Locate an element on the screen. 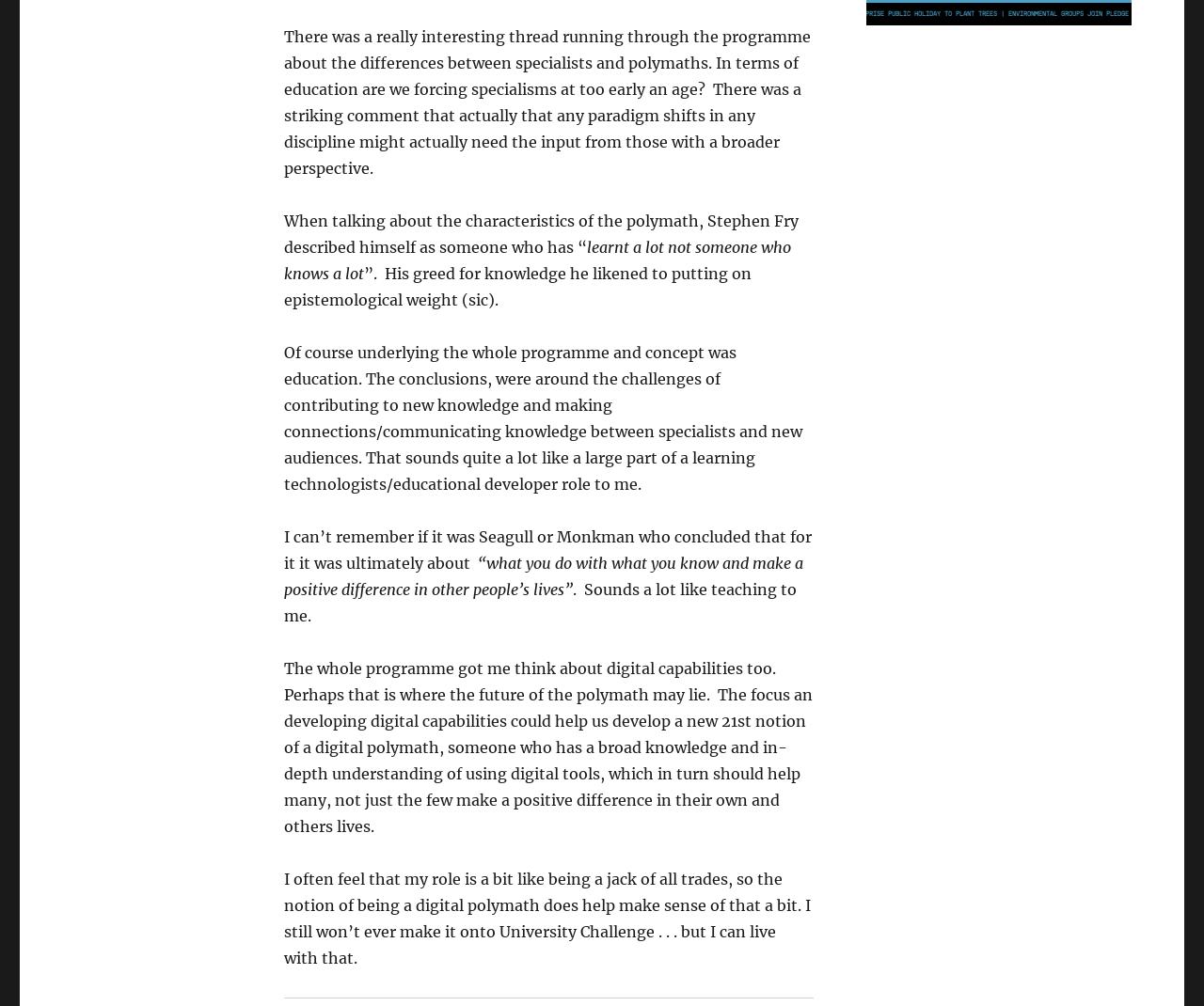 Image resolution: width=1204 pixels, height=1006 pixels. 'When talking about the characteristics of the polymath, Stephen Fry described himself as someone who has “' is located at coordinates (540, 232).